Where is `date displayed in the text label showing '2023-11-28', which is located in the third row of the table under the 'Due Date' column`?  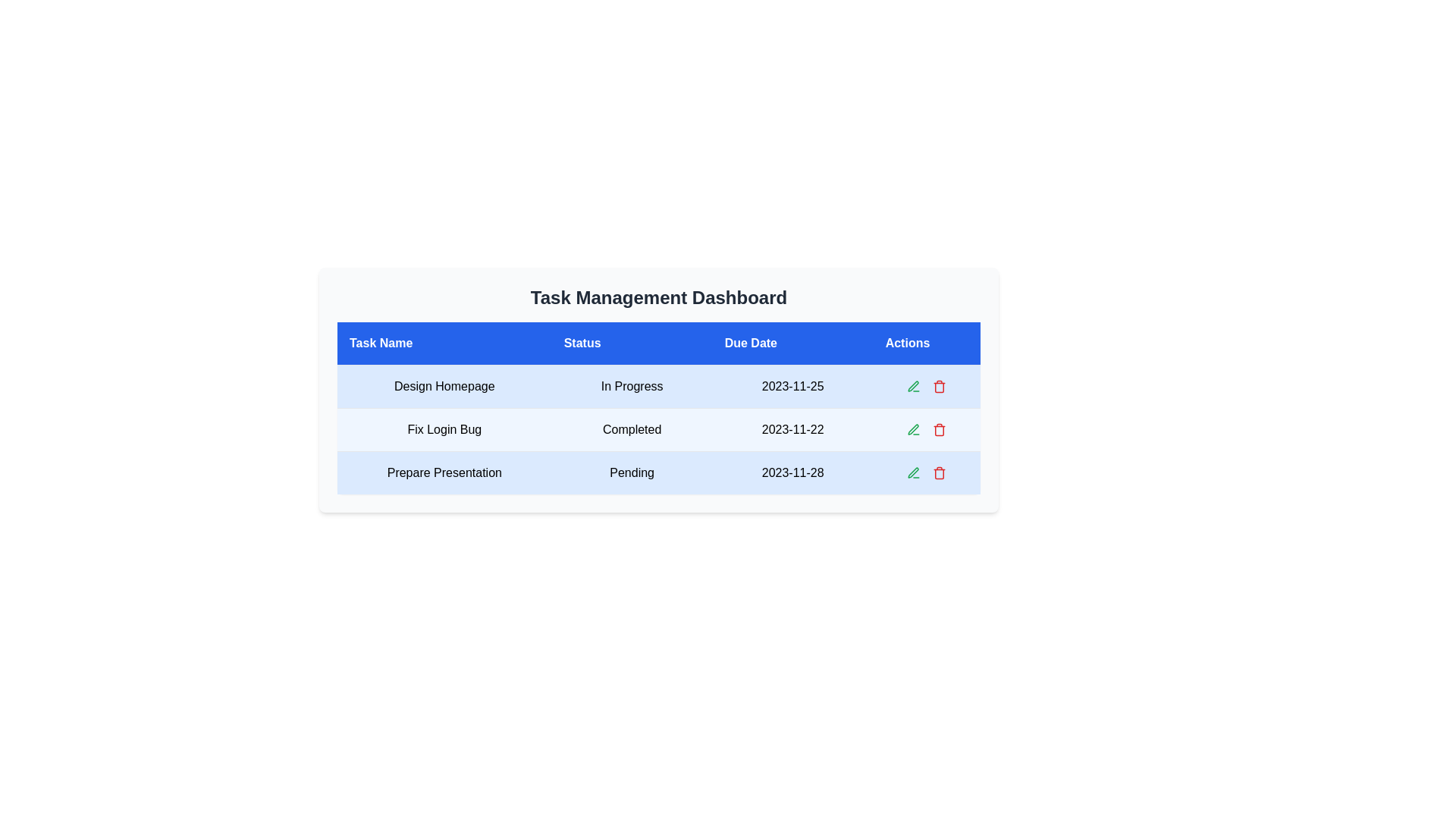
date displayed in the text label showing '2023-11-28', which is located in the third row of the table under the 'Due Date' column is located at coordinates (792, 472).